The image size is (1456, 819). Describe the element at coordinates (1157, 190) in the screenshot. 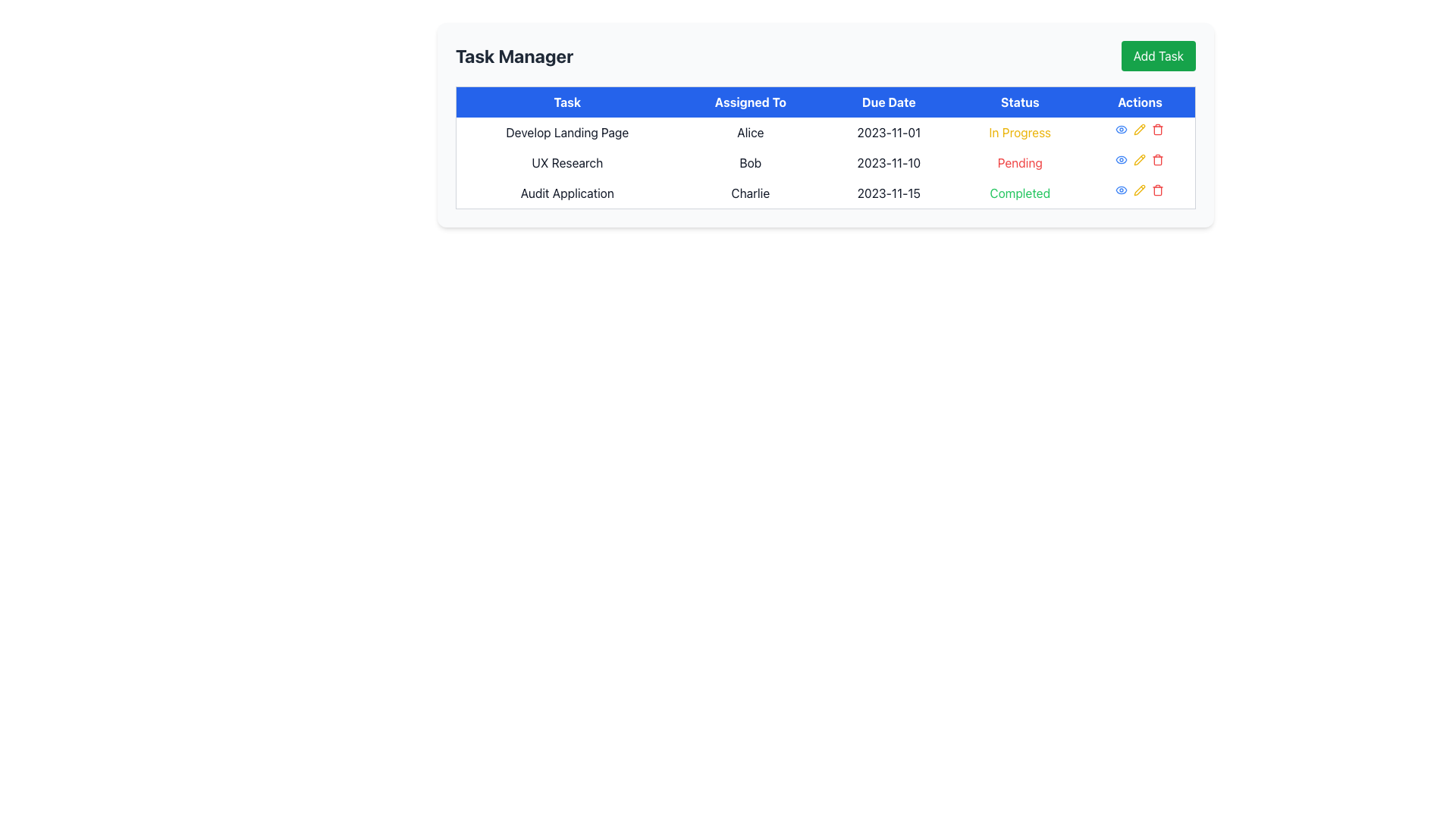

I see `the outer rectangular structure of the trash bin icon located in the 'Actions' column of the table row assigned to 'Charlie'` at that location.